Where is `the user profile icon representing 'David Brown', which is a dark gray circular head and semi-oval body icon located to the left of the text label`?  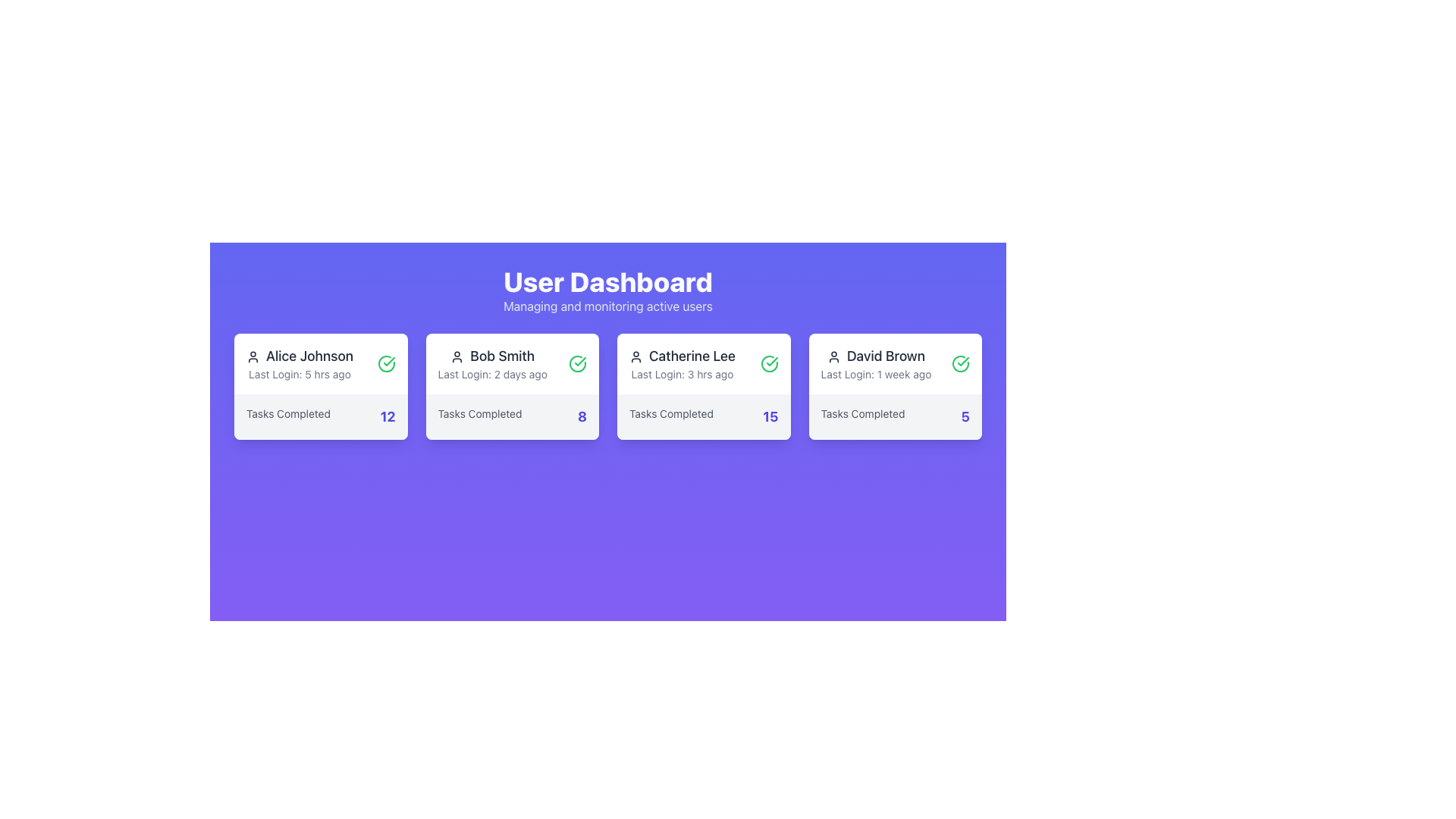
the user profile icon representing 'David Brown', which is a dark gray circular head and semi-oval body icon located to the left of the text label is located at coordinates (833, 357).